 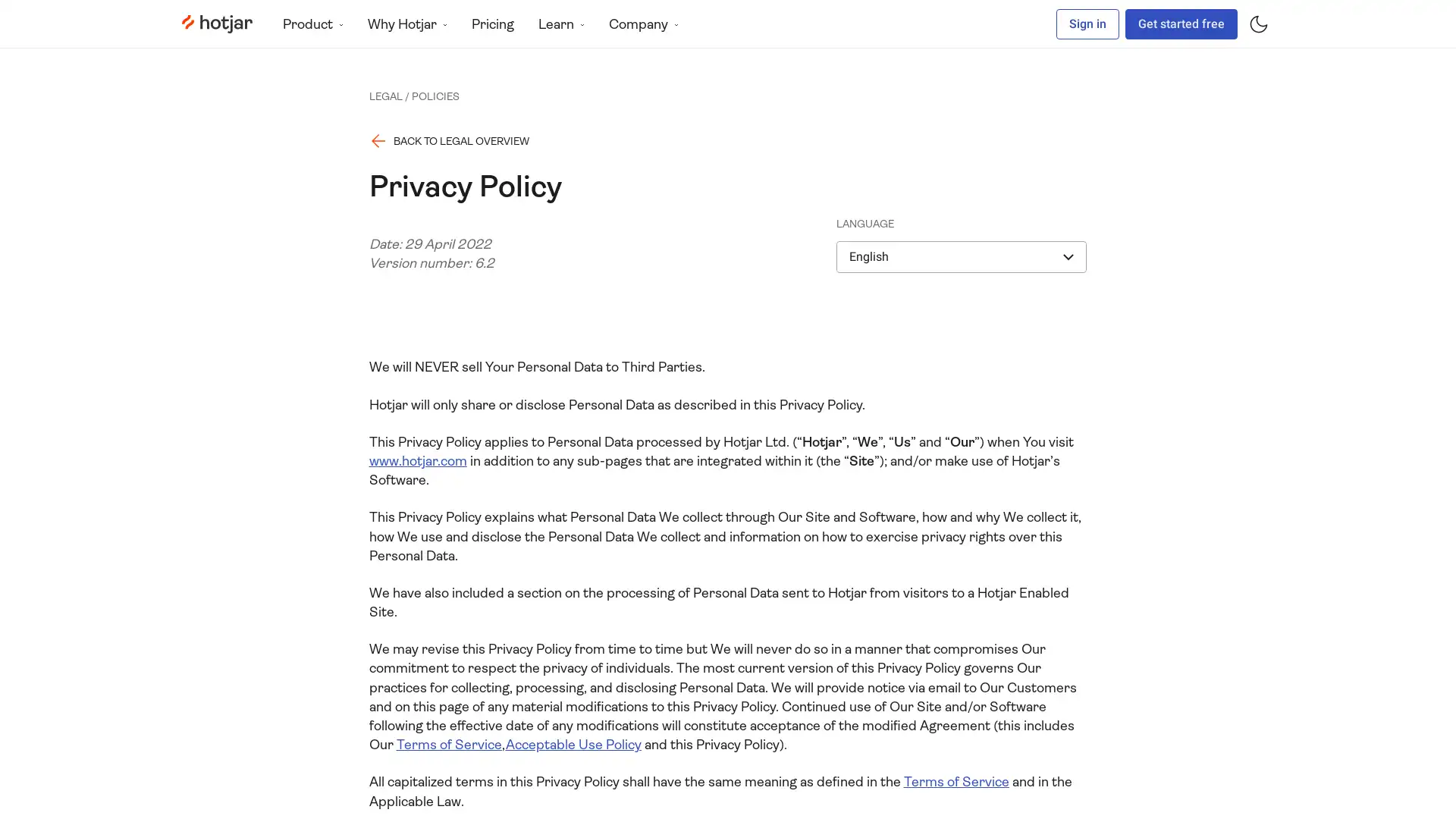 What do you see at coordinates (407, 24) in the screenshot?
I see `Why Hotjar` at bounding box center [407, 24].